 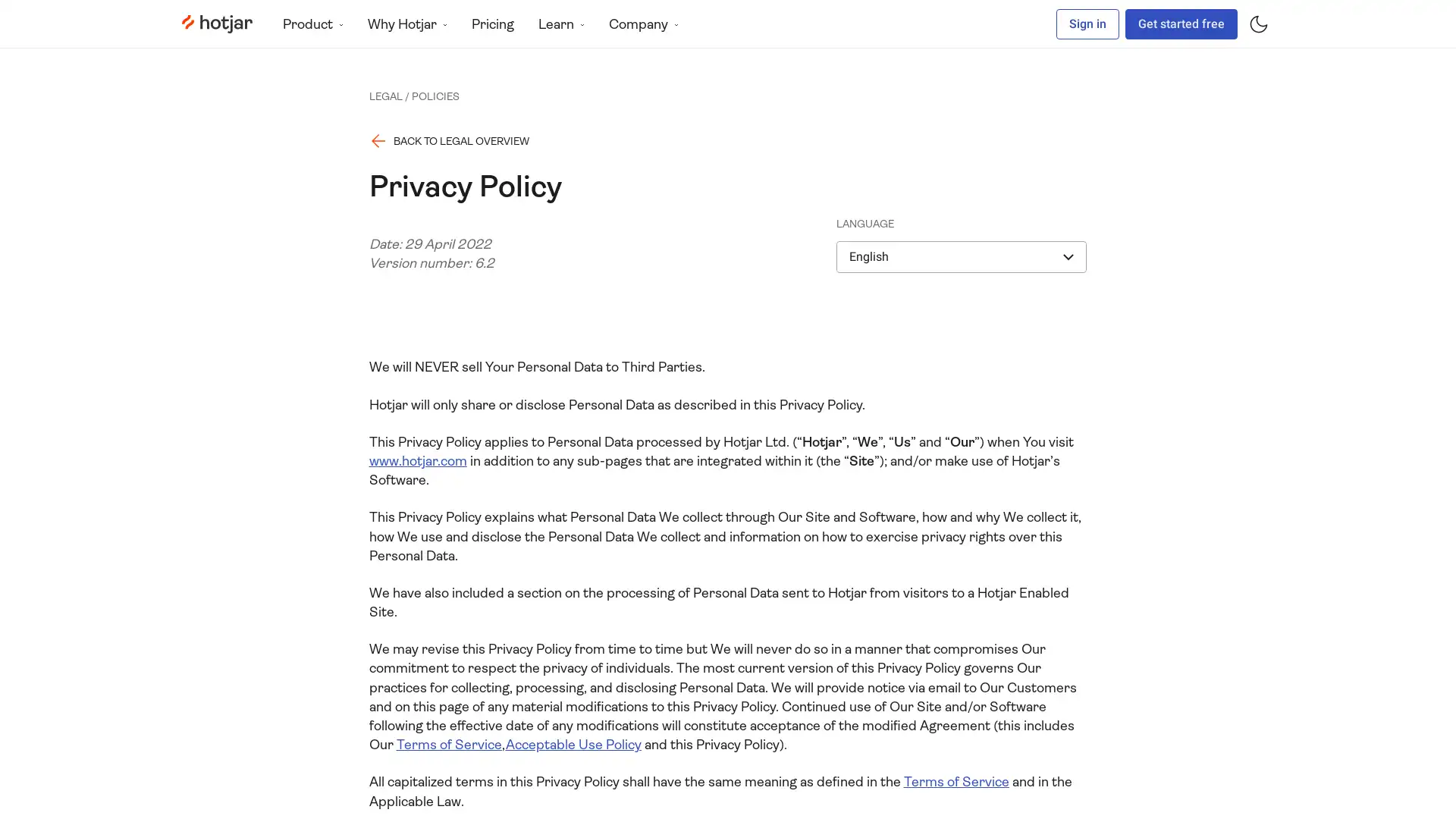 What do you see at coordinates (407, 24) in the screenshot?
I see `Why Hotjar` at bounding box center [407, 24].